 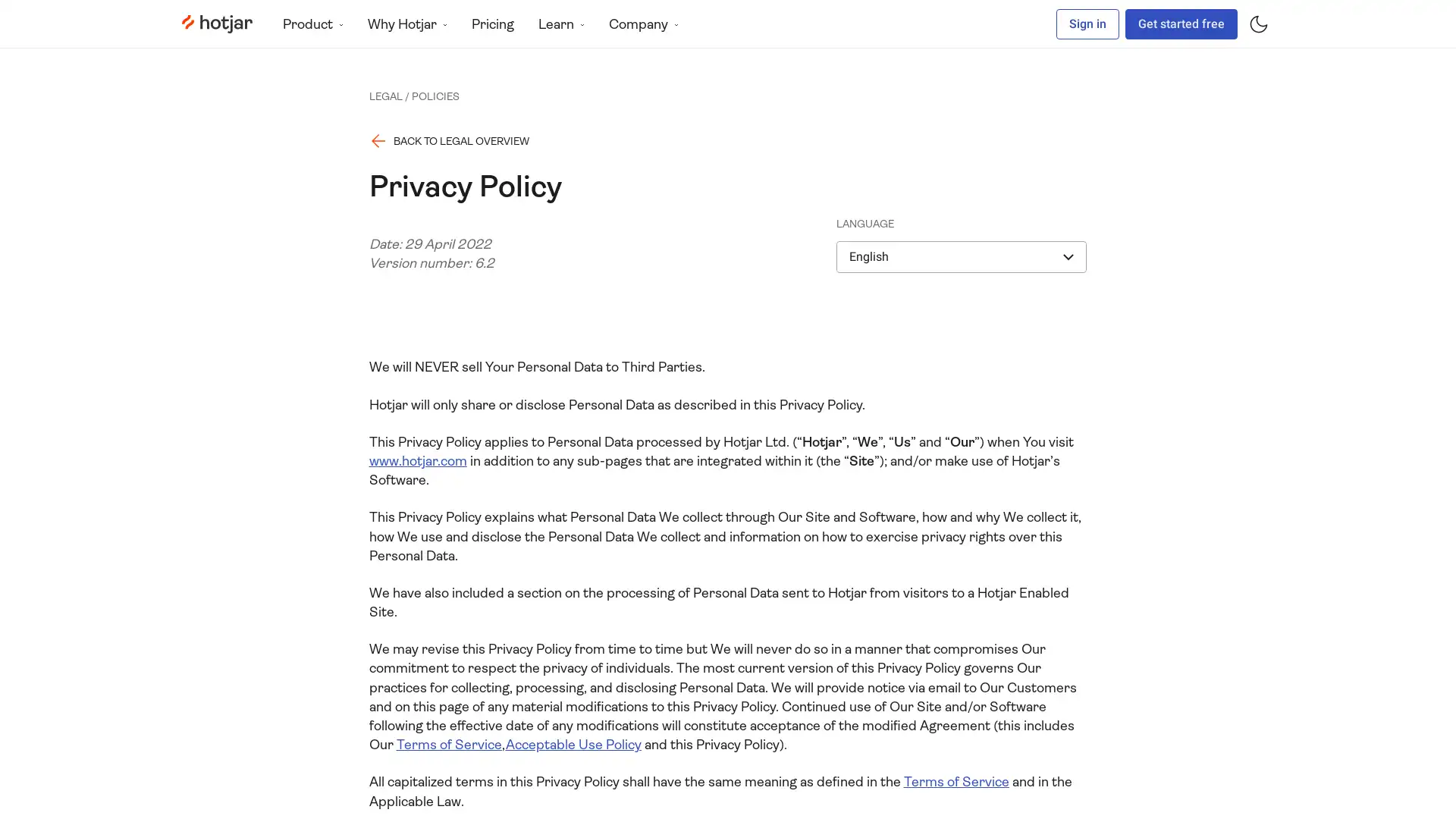 What do you see at coordinates (407, 24) in the screenshot?
I see `Why Hotjar` at bounding box center [407, 24].